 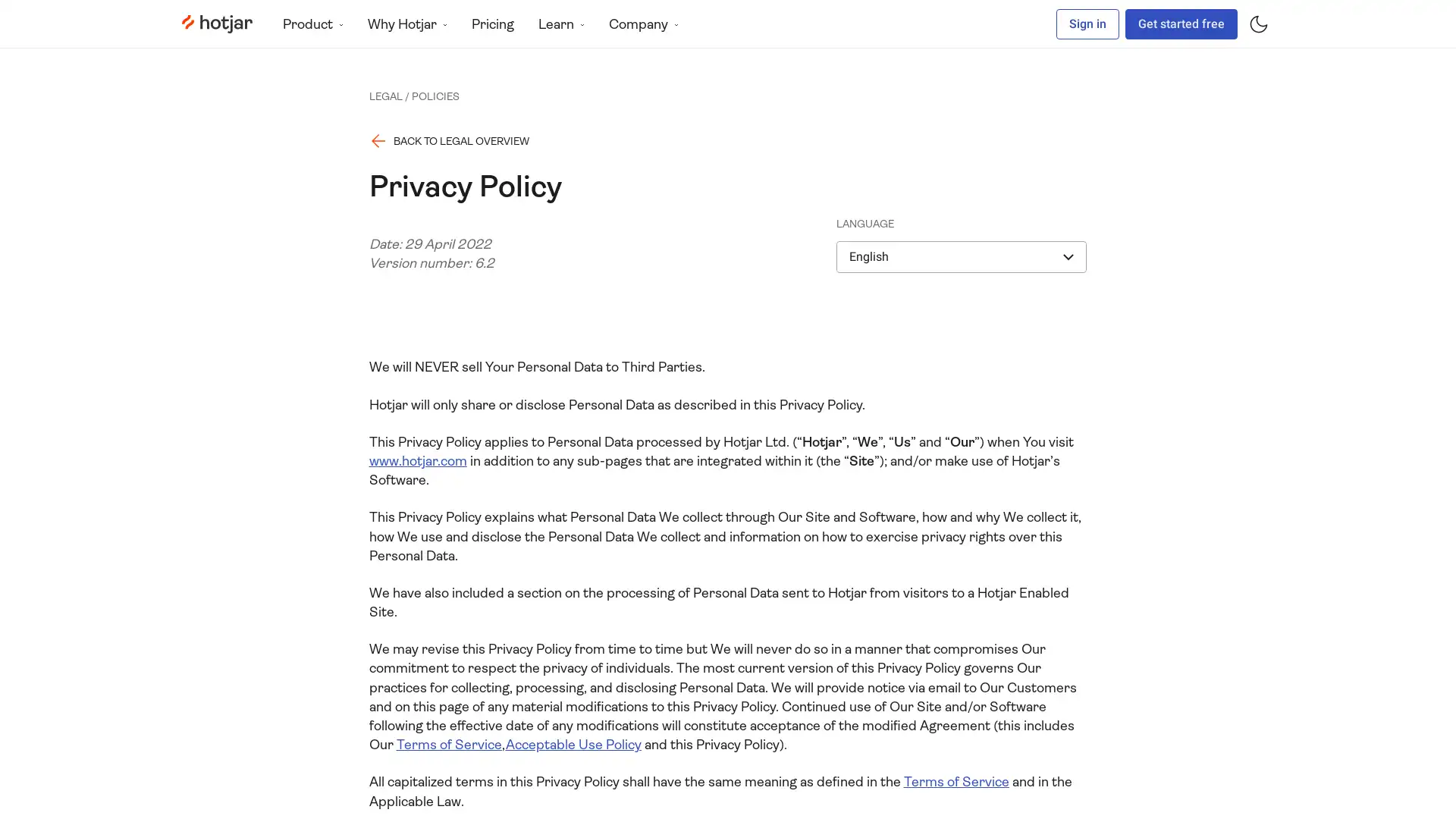 What do you see at coordinates (407, 24) in the screenshot?
I see `Why Hotjar` at bounding box center [407, 24].